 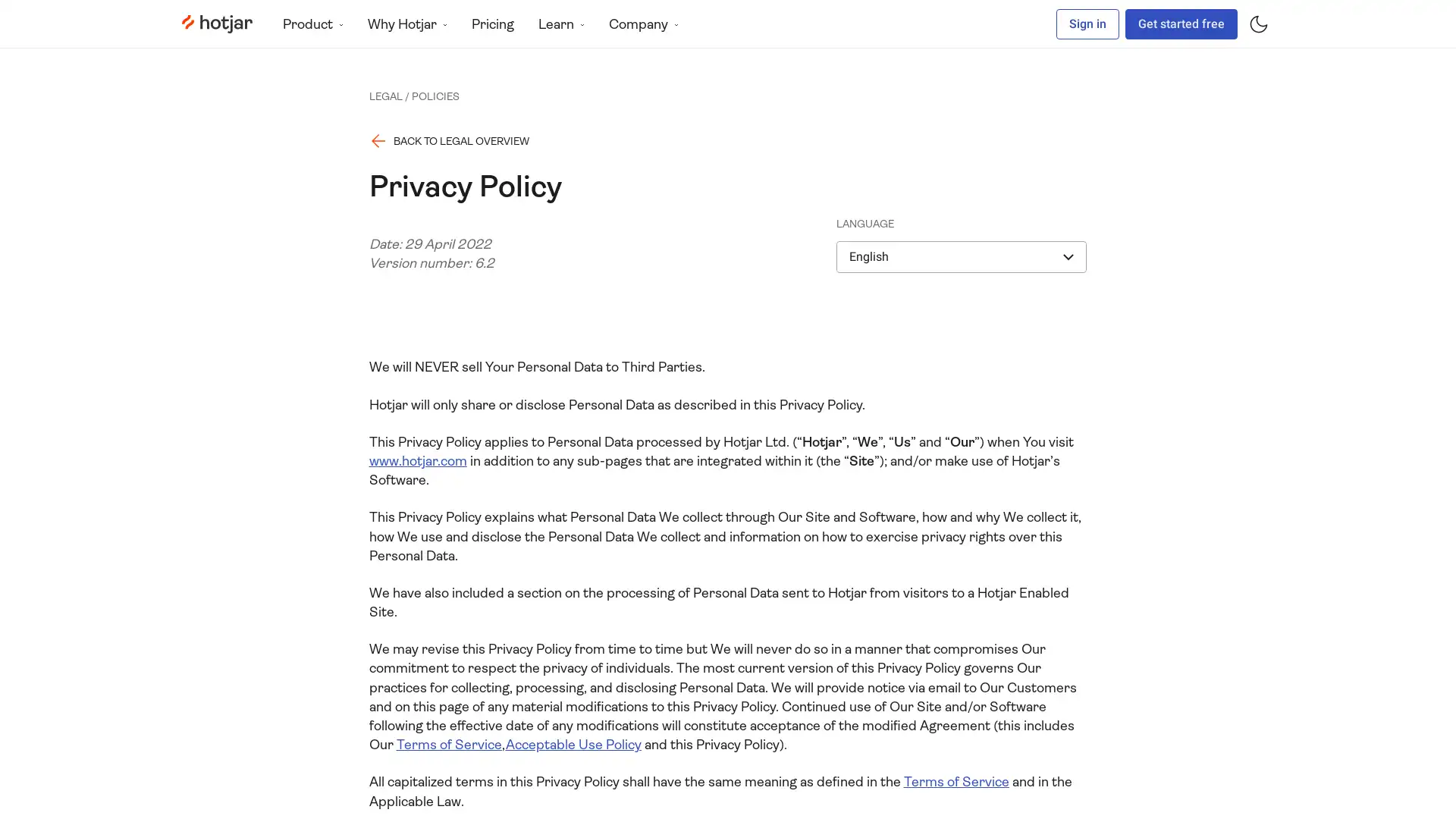 What do you see at coordinates (407, 24) in the screenshot?
I see `Why Hotjar` at bounding box center [407, 24].